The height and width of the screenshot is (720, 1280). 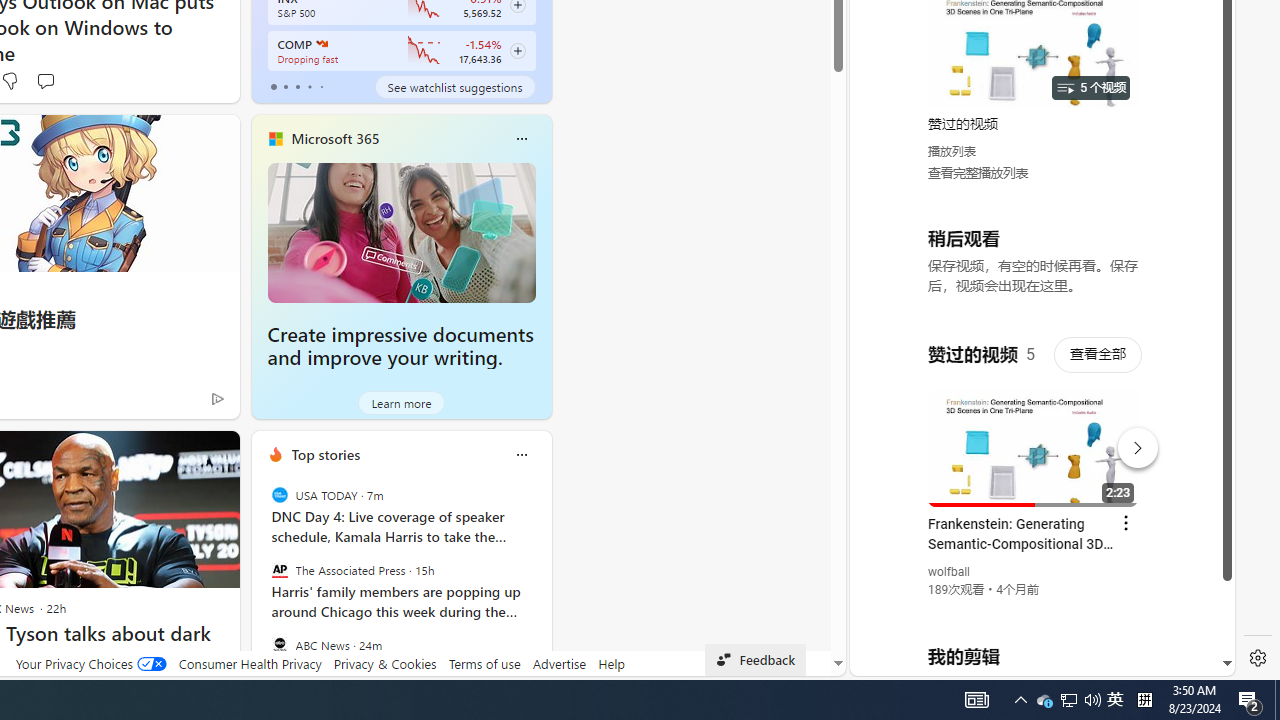 I want to click on 'Learn more', so click(x=400, y=402).